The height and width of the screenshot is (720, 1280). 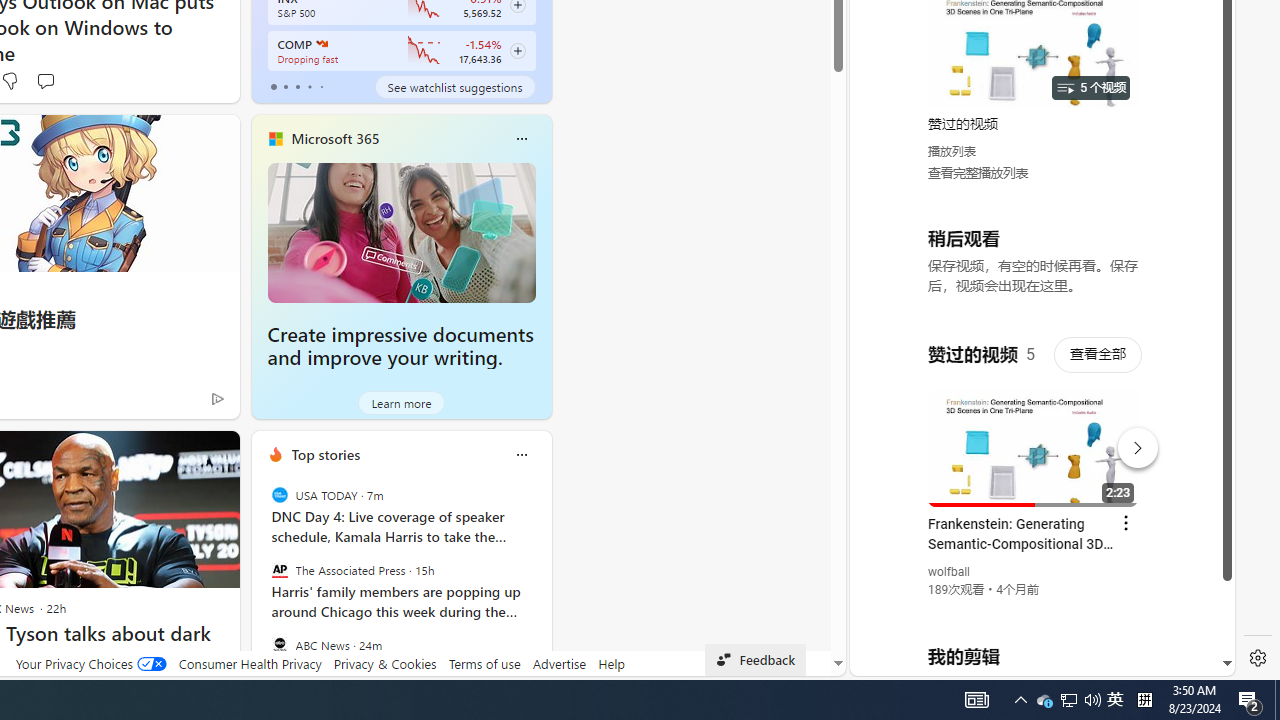 I want to click on 'Learn more', so click(x=400, y=402).